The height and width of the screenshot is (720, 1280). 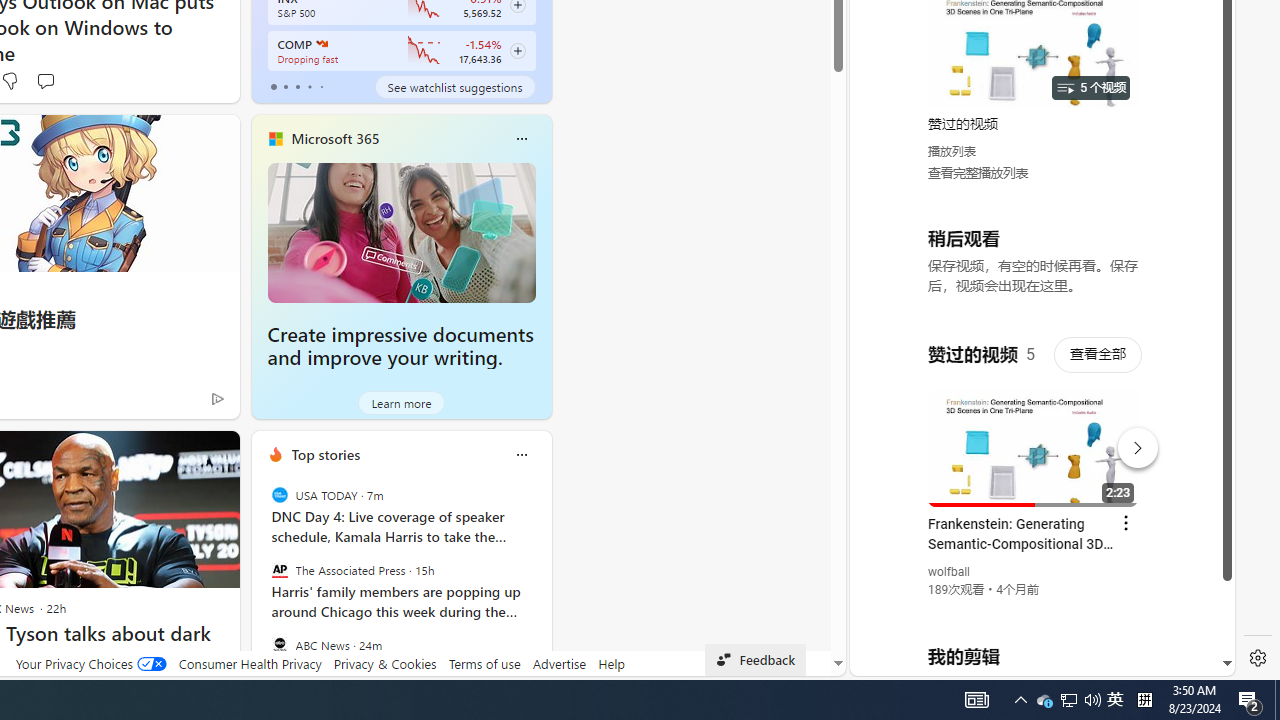 I want to click on 'Learn more', so click(x=400, y=402).